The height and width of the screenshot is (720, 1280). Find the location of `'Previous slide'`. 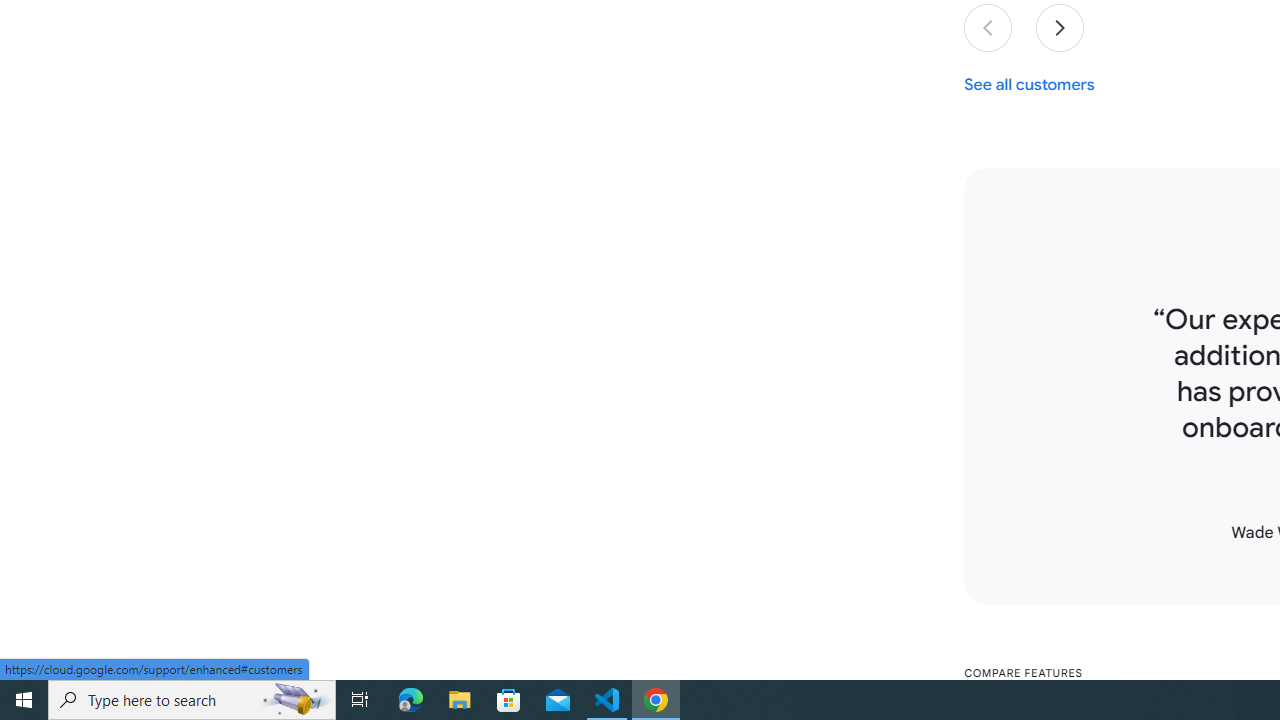

'Previous slide' is located at coordinates (988, 28).